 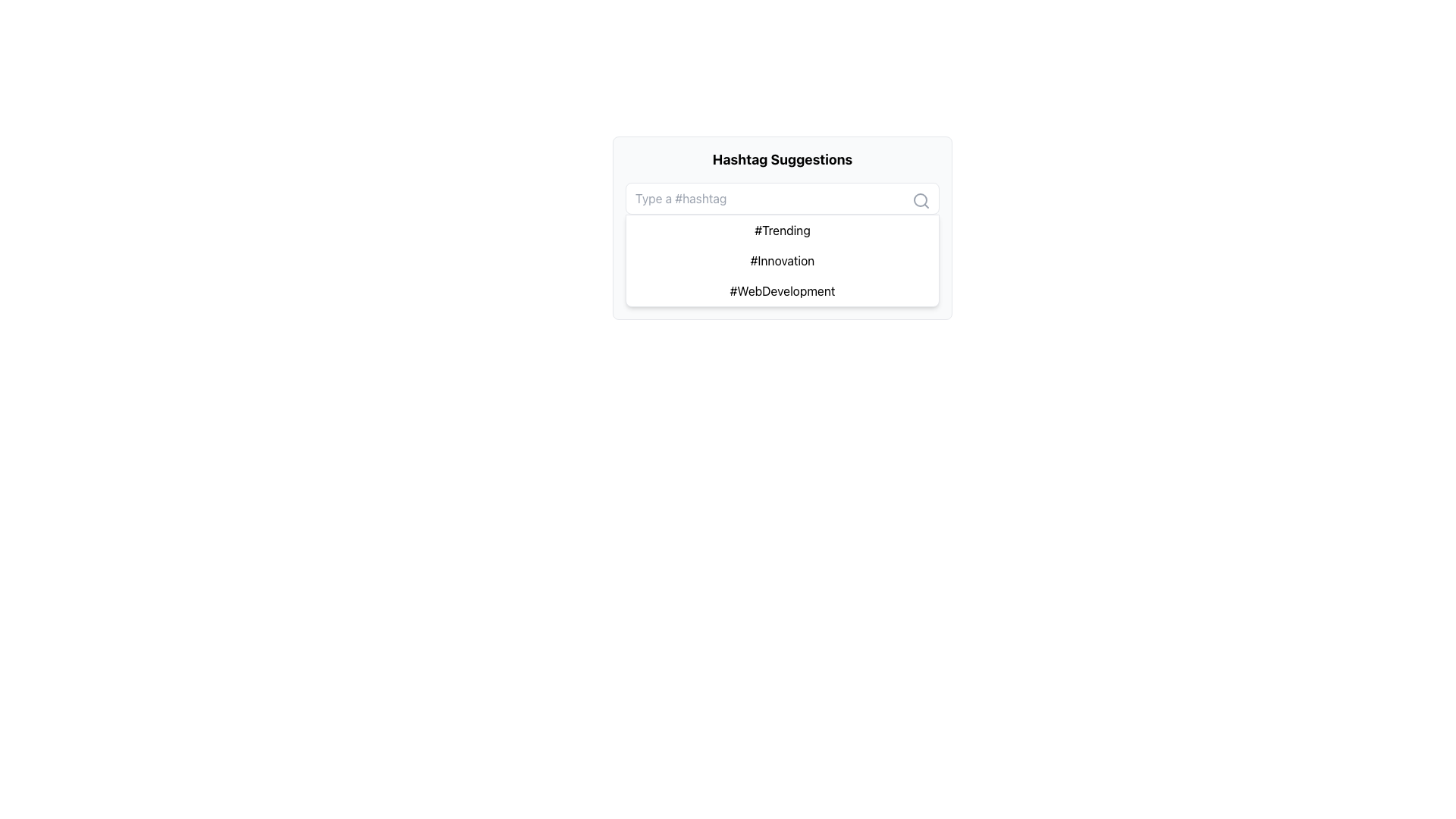 I want to click on a hashtag in the Suggestion list below the 'Type a #hashtag' input field, so click(x=783, y=244).